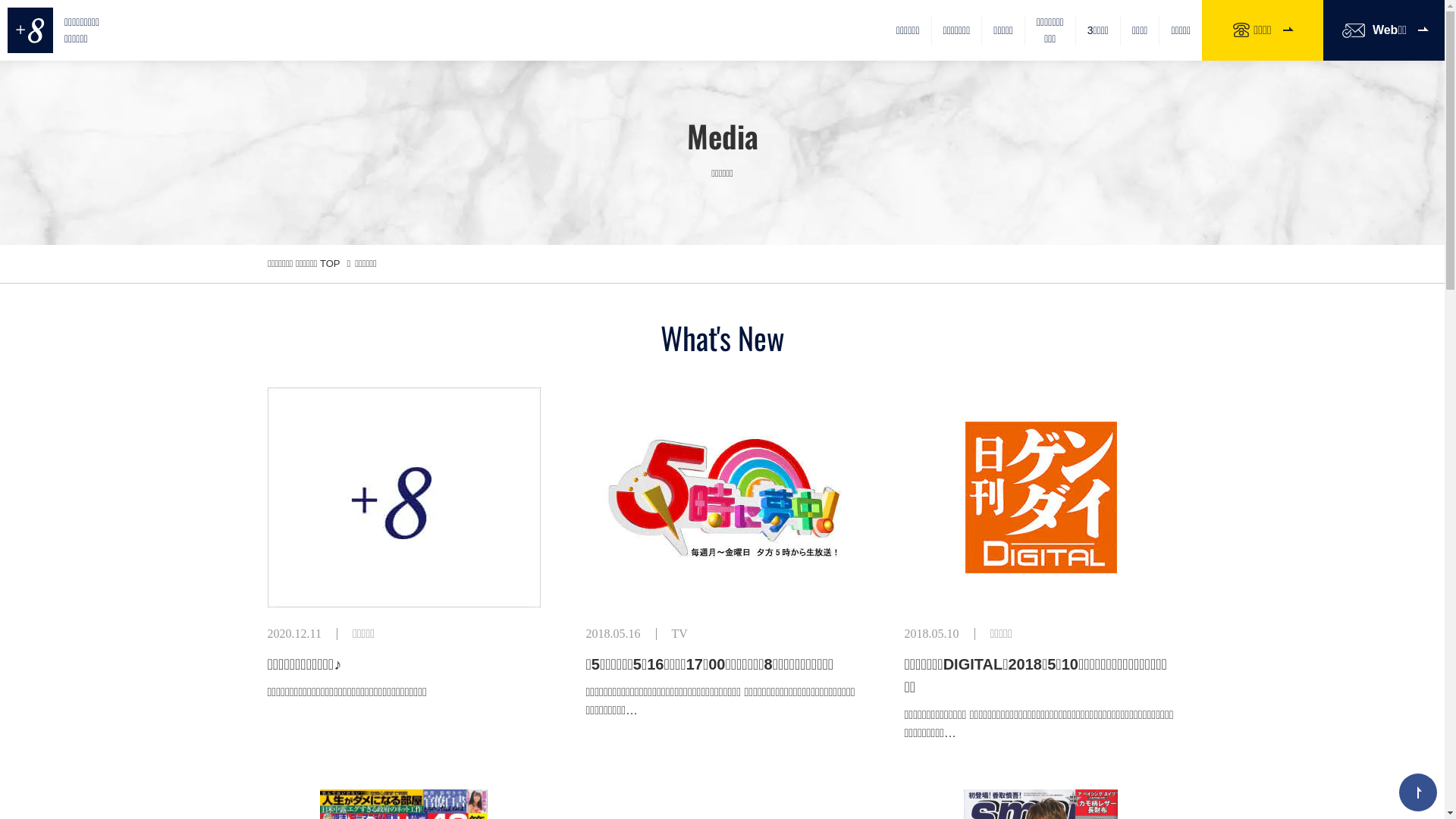 The width and height of the screenshot is (1456, 819). I want to click on 'TV', so click(679, 633).